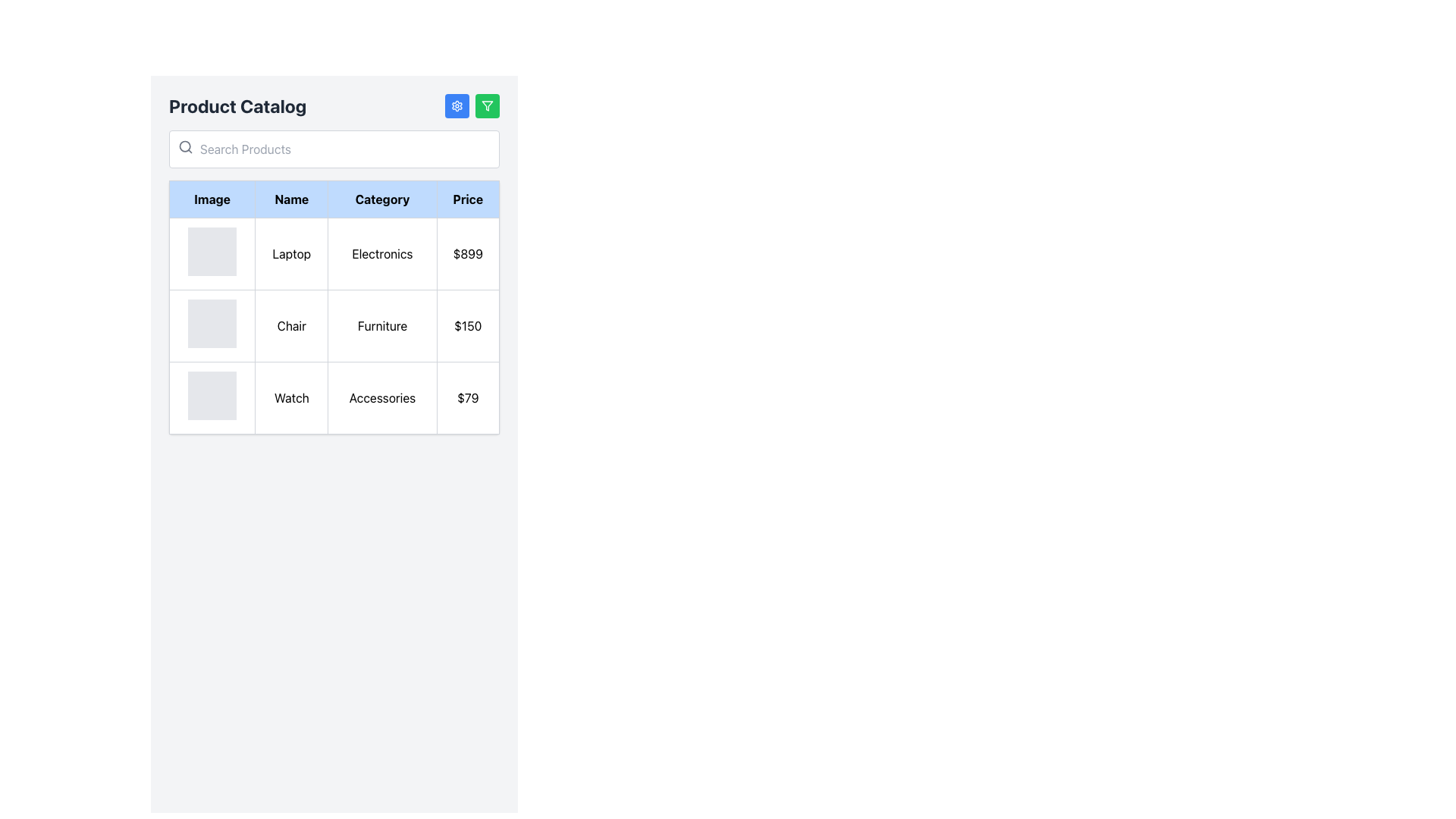  What do you see at coordinates (382, 253) in the screenshot?
I see `the table cell displaying the category 'Electronics' for the item 'Laptop' in the data structure` at bounding box center [382, 253].